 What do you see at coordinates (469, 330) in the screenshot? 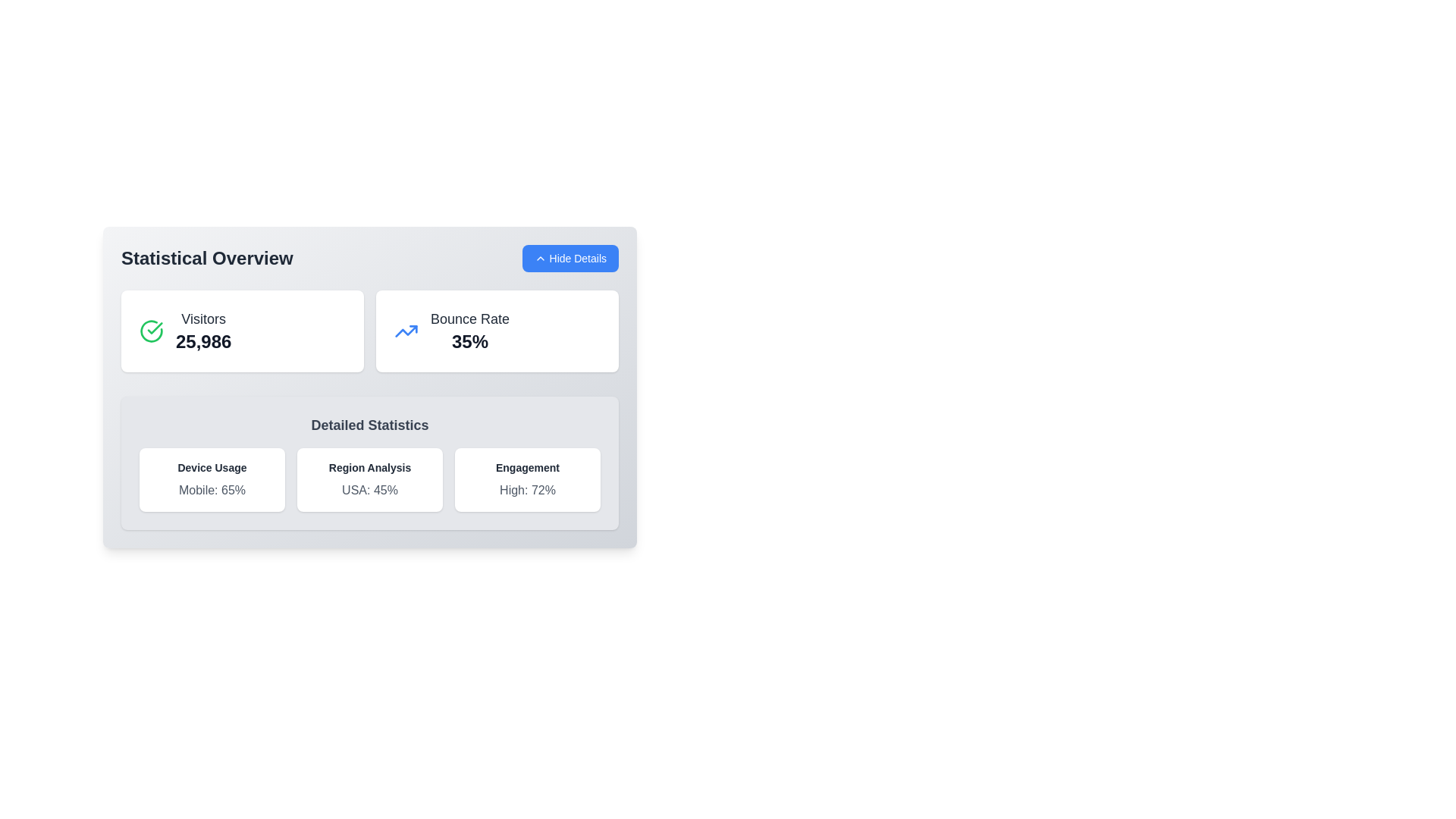
I see `the 'Bounce Rate' textual information block, which displays 'Bounce Rate' in medium gray and '35%' in larger bold dark font inside a white card with rounded corners` at bounding box center [469, 330].